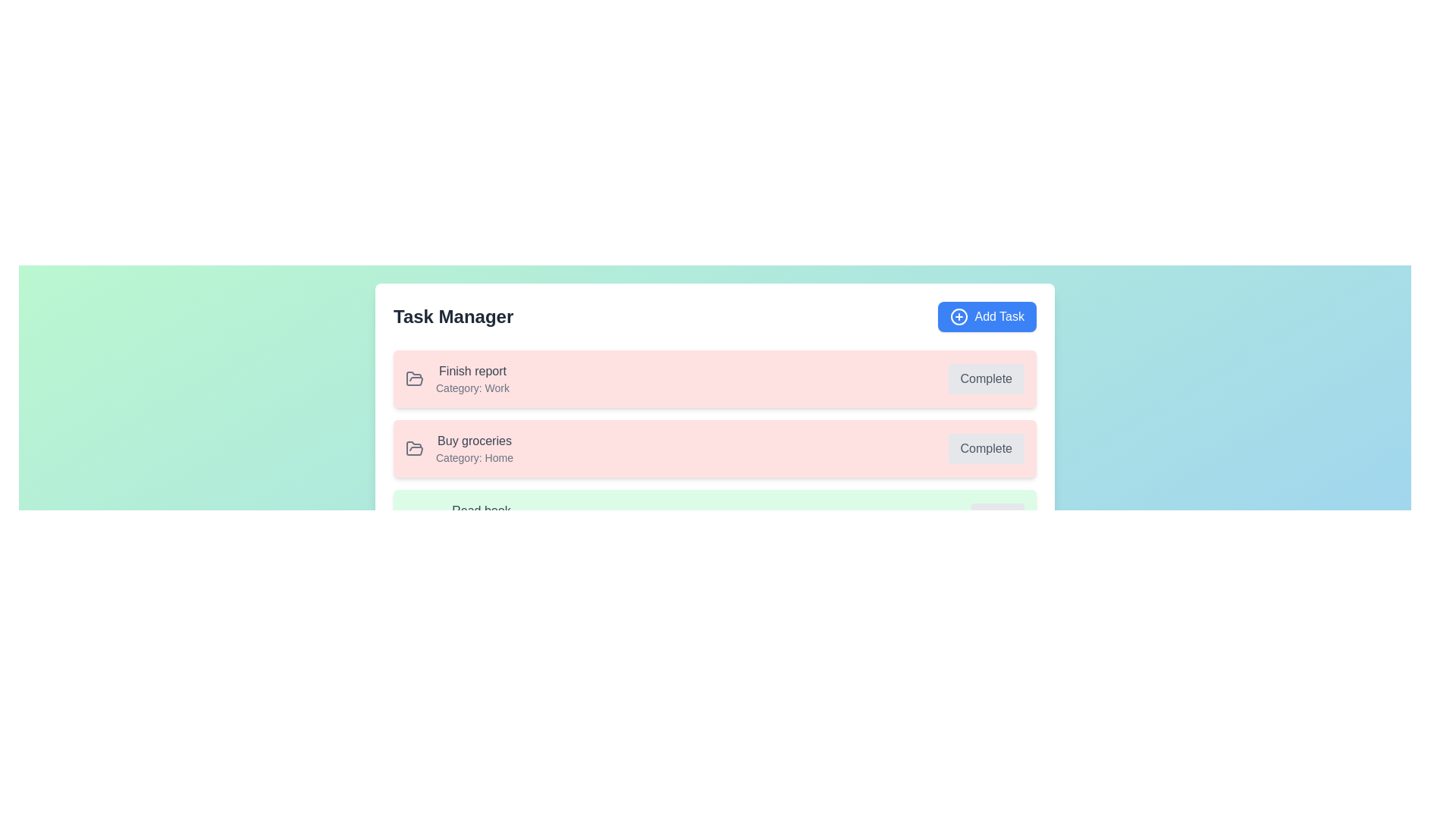  Describe the element at coordinates (473, 447) in the screenshot. I see `the second Text display block in the Task Manager, which displays a task item's title and related category information` at that location.